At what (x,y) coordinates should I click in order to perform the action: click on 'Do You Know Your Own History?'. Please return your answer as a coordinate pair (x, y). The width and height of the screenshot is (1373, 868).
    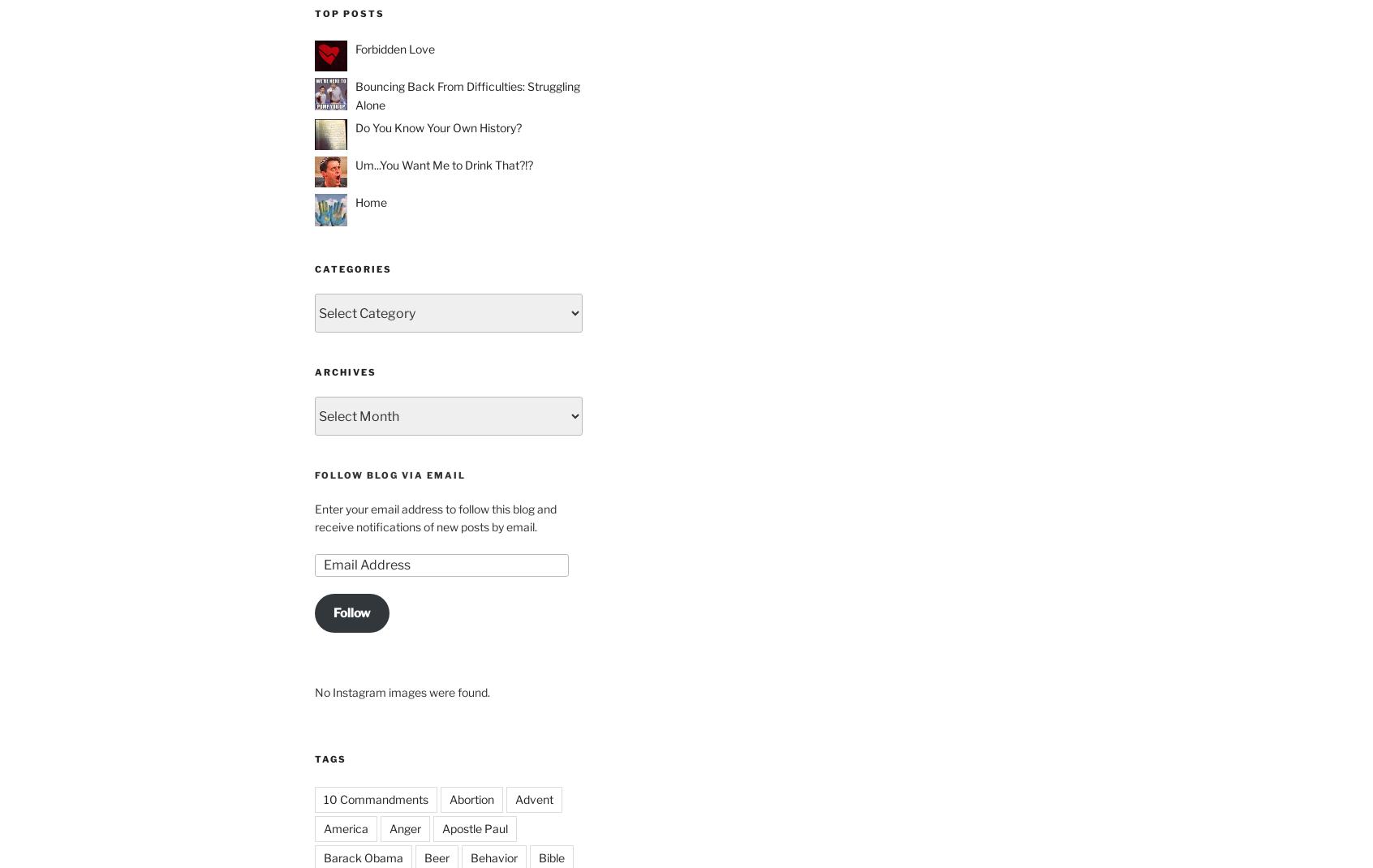
    Looking at the image, I should click on (438, 127).